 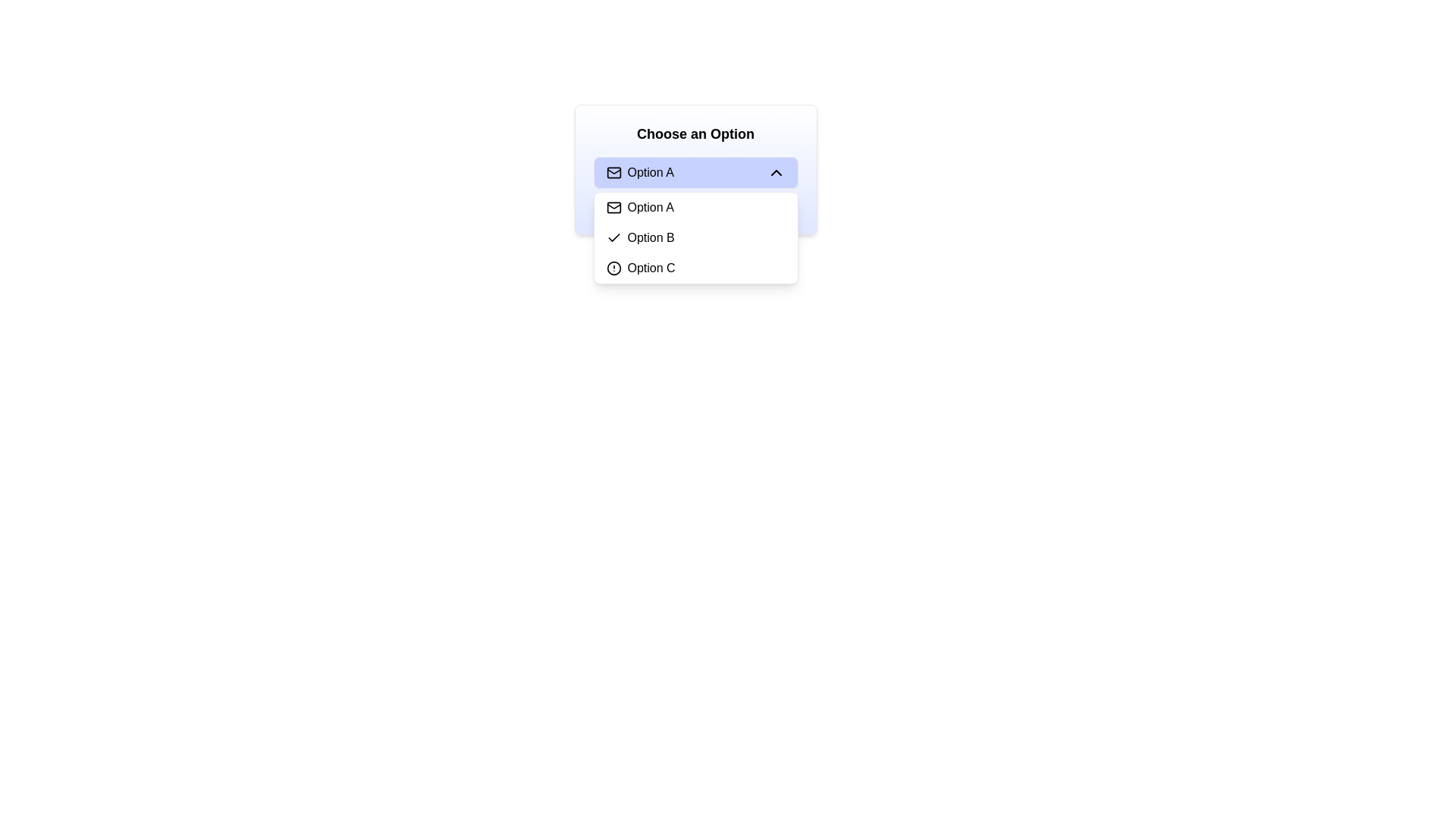 What do you see at coordinates (695, 169) in the screenshot?
I see `the dropdown menu titled 'Choose an Option'` at bounding box center [695, 169].